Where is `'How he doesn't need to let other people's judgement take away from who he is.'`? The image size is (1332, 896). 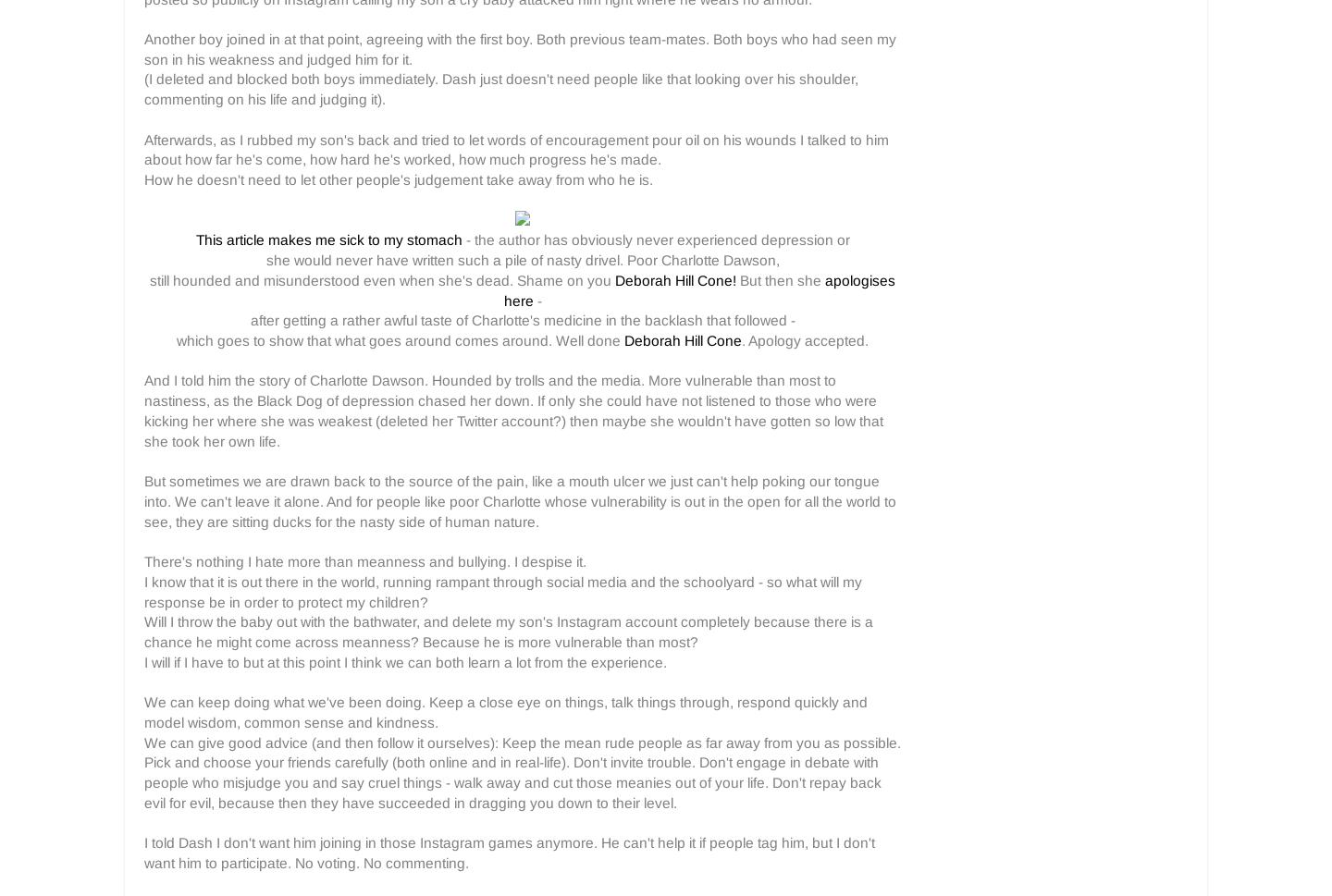
'How he doesn't need to let other people's judgement take away from who he is.' is located at coordinates (142, 179).